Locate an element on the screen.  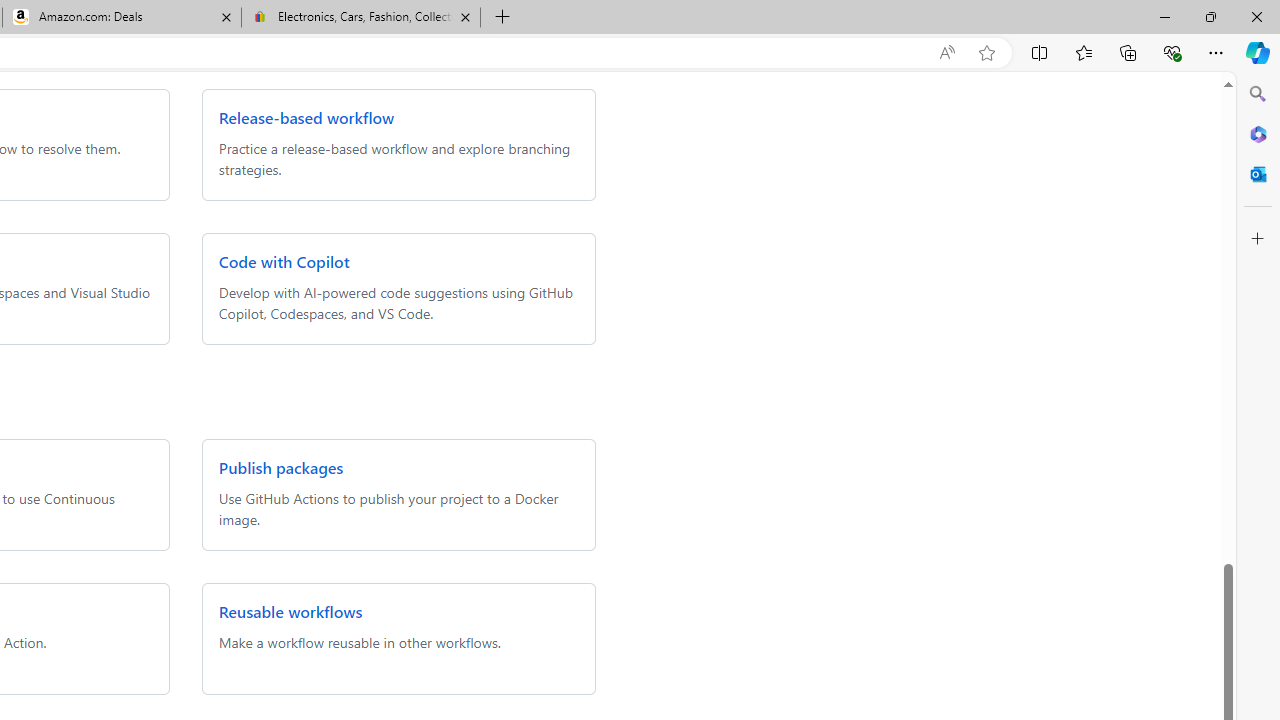
'Release-based workflow' is located at coordinates (305, 117).